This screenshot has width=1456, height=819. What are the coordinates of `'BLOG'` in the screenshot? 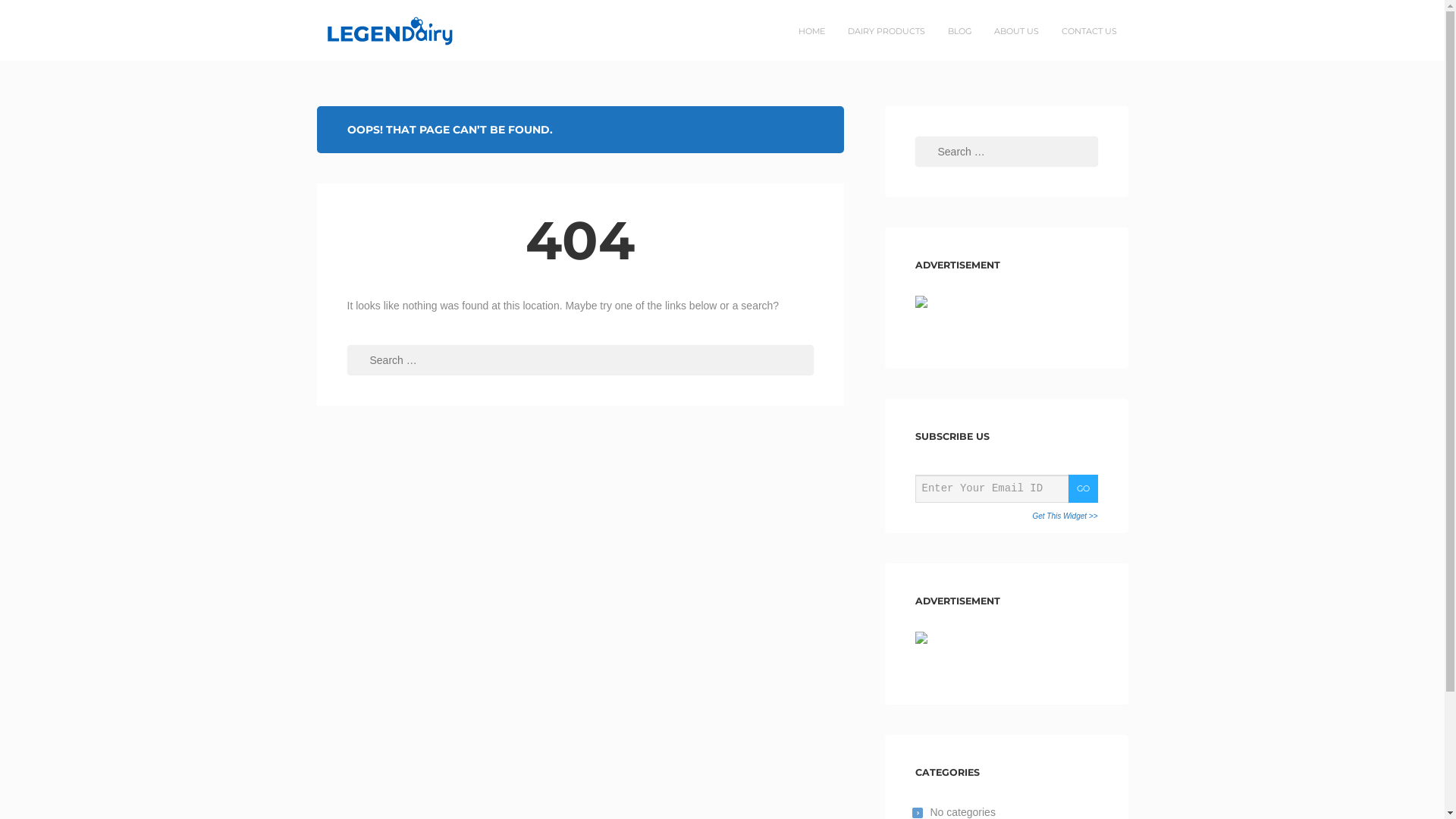 It's located at (958, 31).